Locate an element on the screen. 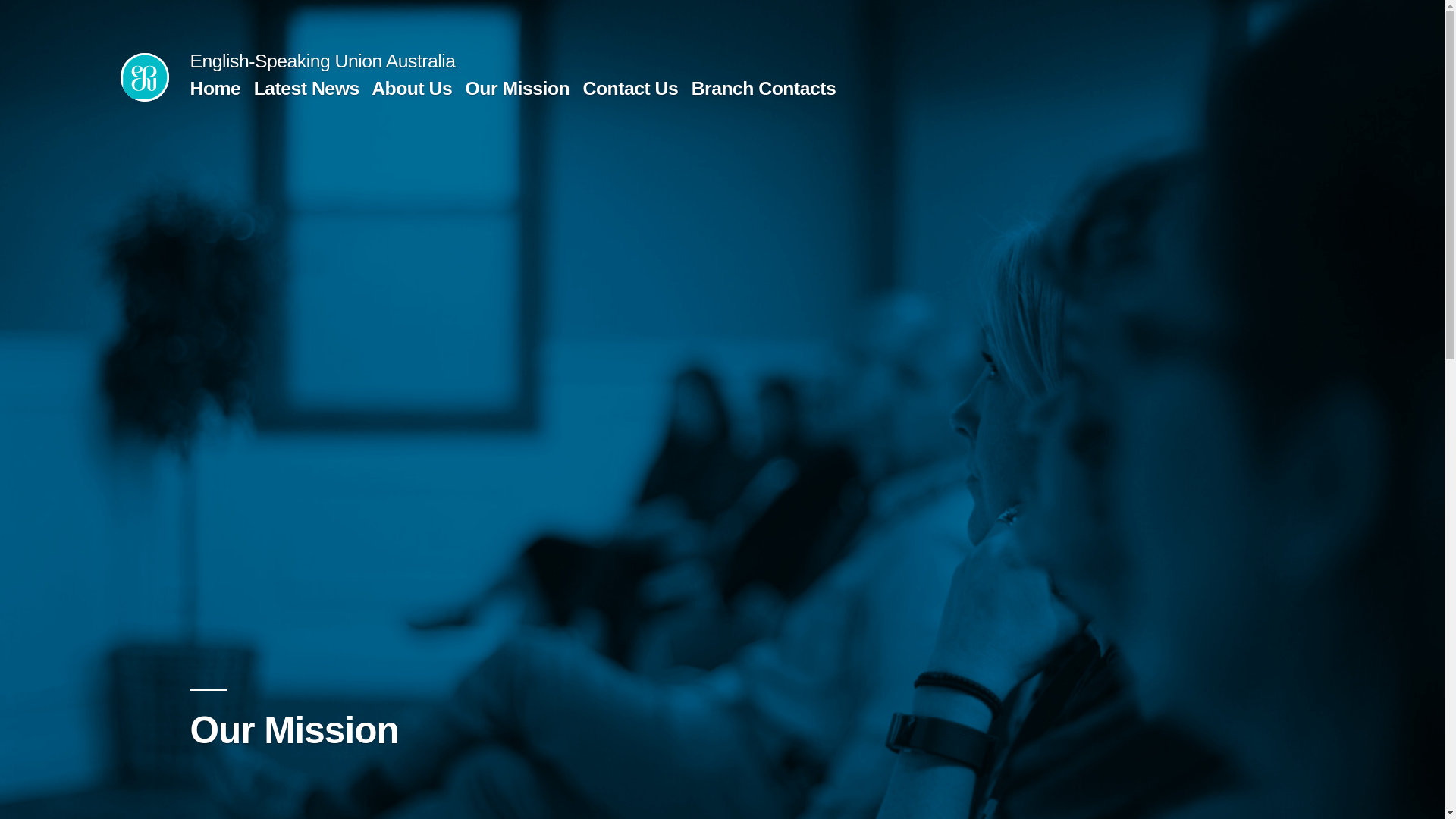  'About Us' is located at coordinates (411, 88).